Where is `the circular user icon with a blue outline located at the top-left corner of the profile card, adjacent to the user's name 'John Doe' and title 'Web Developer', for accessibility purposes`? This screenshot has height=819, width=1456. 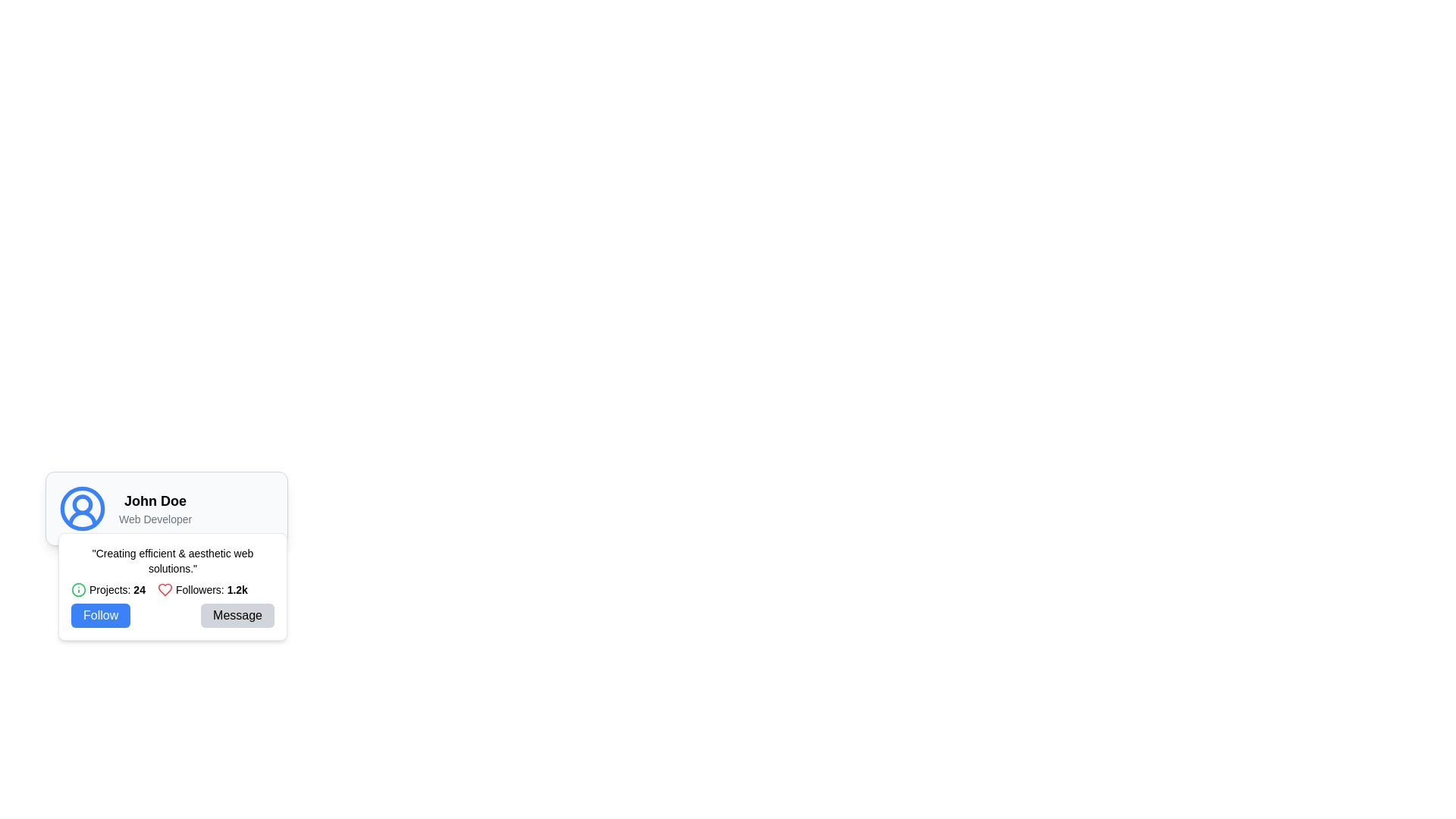
the circular user icon with a blue outline located at the top-left corner of the profile card, adjacent to the user's name 'John Doe' and title 'Web Developer', for accessibility purposes is located at coordinates (82, 509).